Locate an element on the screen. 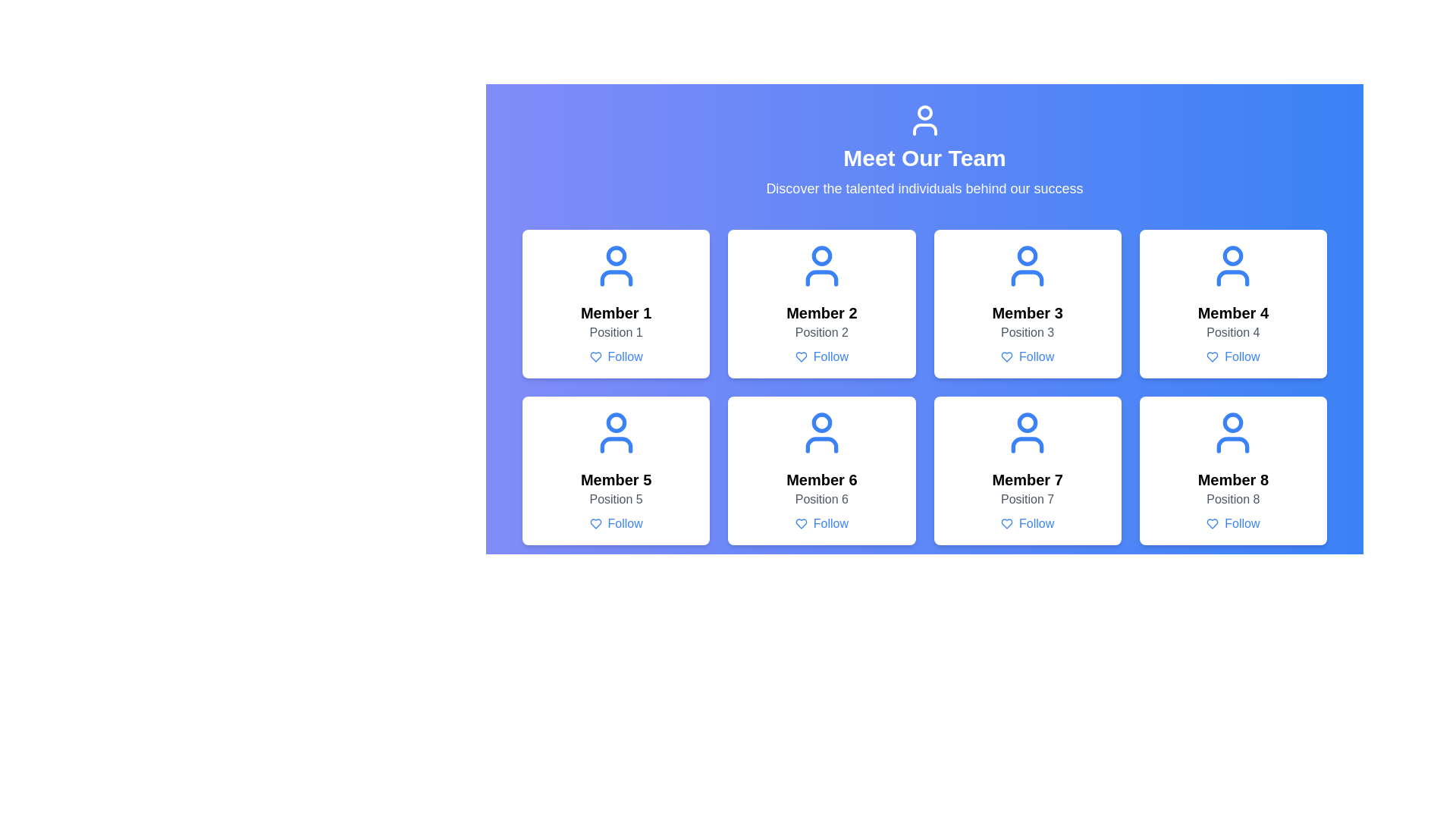 The height and width of the screenshot is (819, 1456). the user avatar icon located at the bottom-right corner of the 'Member 8' card, which is the topmost component in its grid layout is located at coordinates (1233, 432).